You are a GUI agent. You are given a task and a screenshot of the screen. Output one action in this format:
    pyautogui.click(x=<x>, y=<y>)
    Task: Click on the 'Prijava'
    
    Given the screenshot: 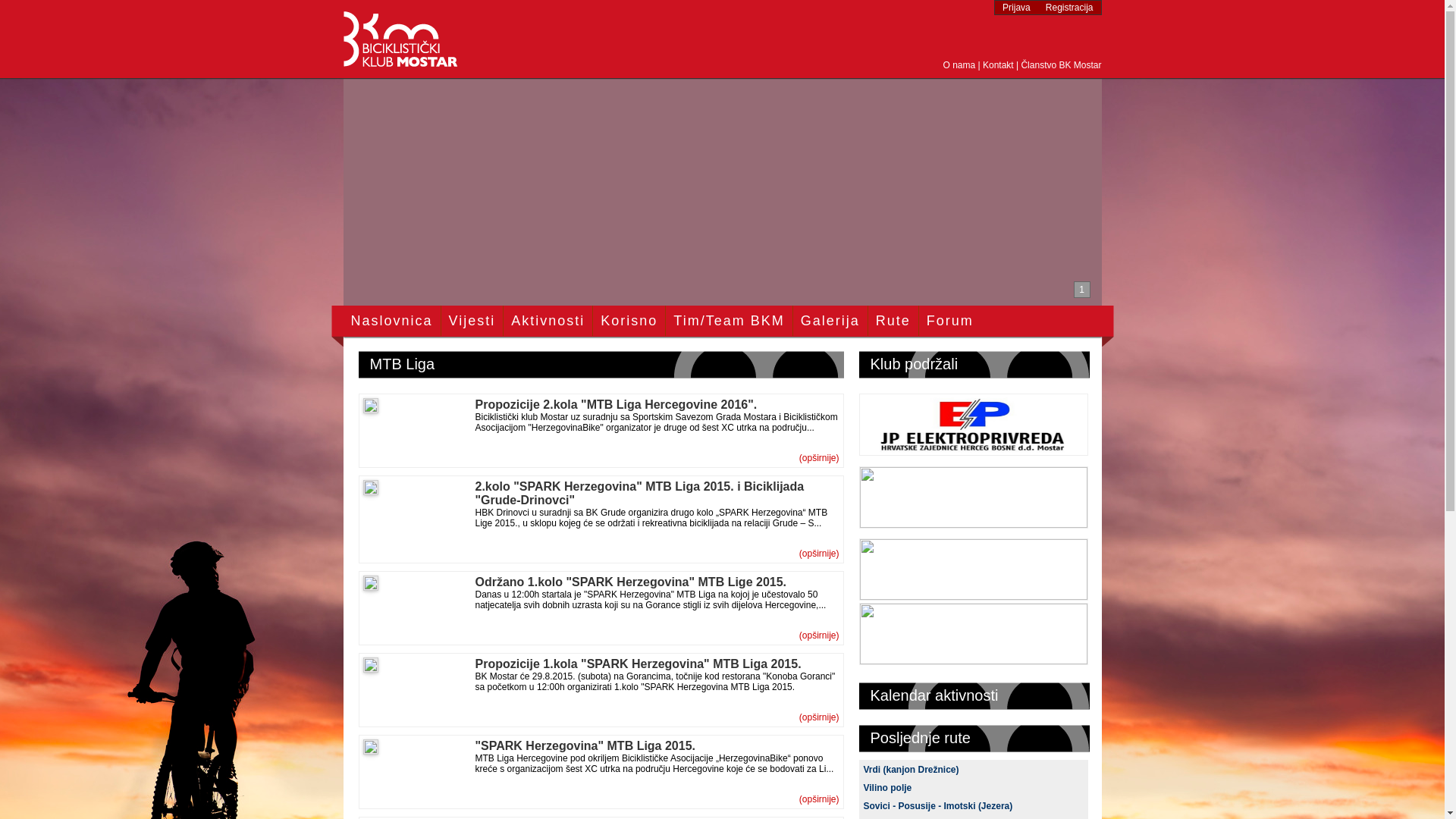 What is the action you would take?
    pyautogui.click(x=1016, y=8)
    